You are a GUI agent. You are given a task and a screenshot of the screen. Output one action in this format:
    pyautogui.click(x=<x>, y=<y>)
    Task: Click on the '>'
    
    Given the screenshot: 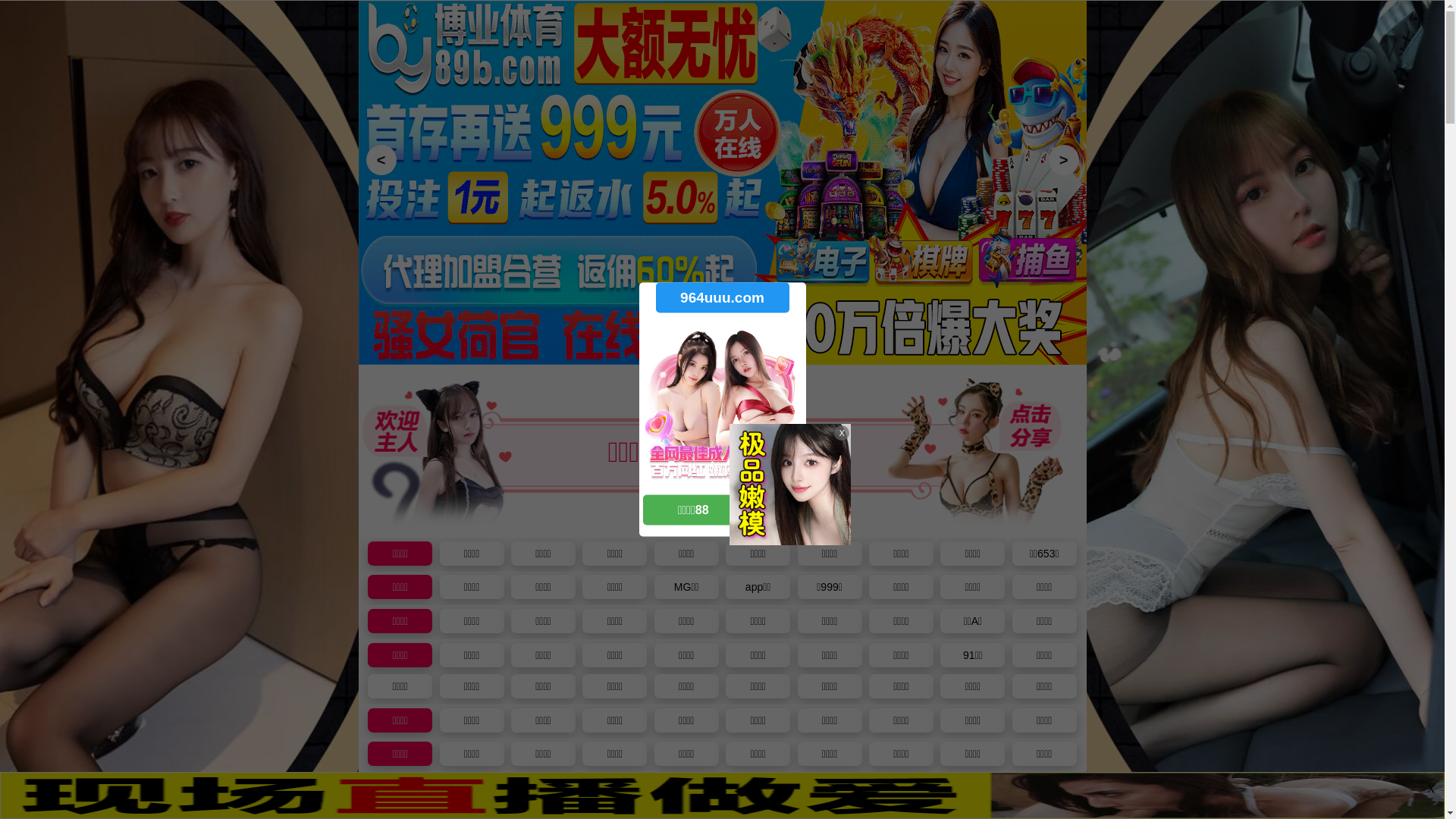 What is the action you would take?
    pyautogui.click(x=1062, y=160)
    